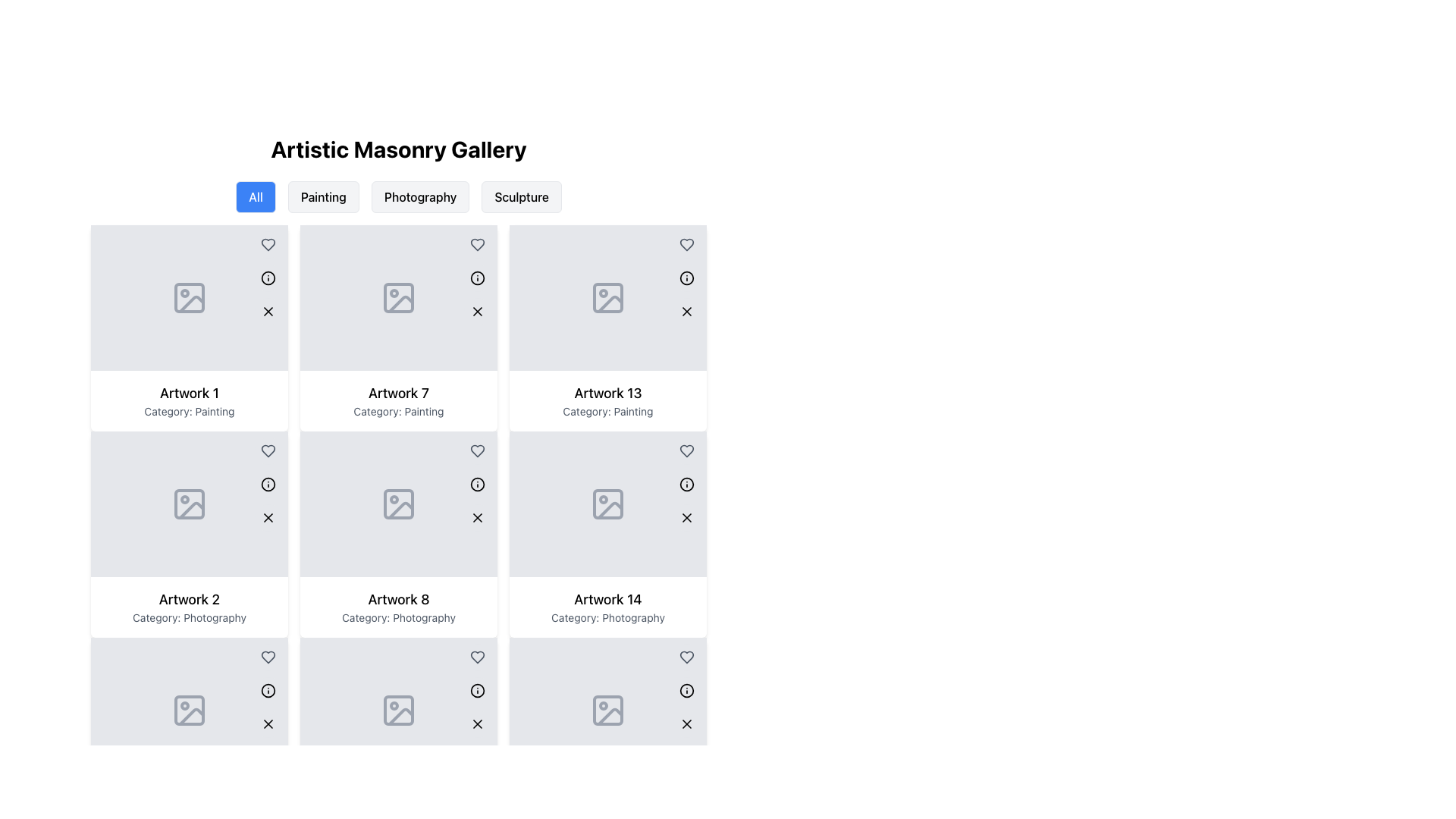 The height and width of the screenshot is (819, 1456). What do you see at coordinates (686, 485) in the screenshot?
I see `the small circular button with an 'info' icon, which is positioned between the 'heart' button and the 'cross' button in the vertical stack for 'Artwork 14'` at bounding box center [686, 485].